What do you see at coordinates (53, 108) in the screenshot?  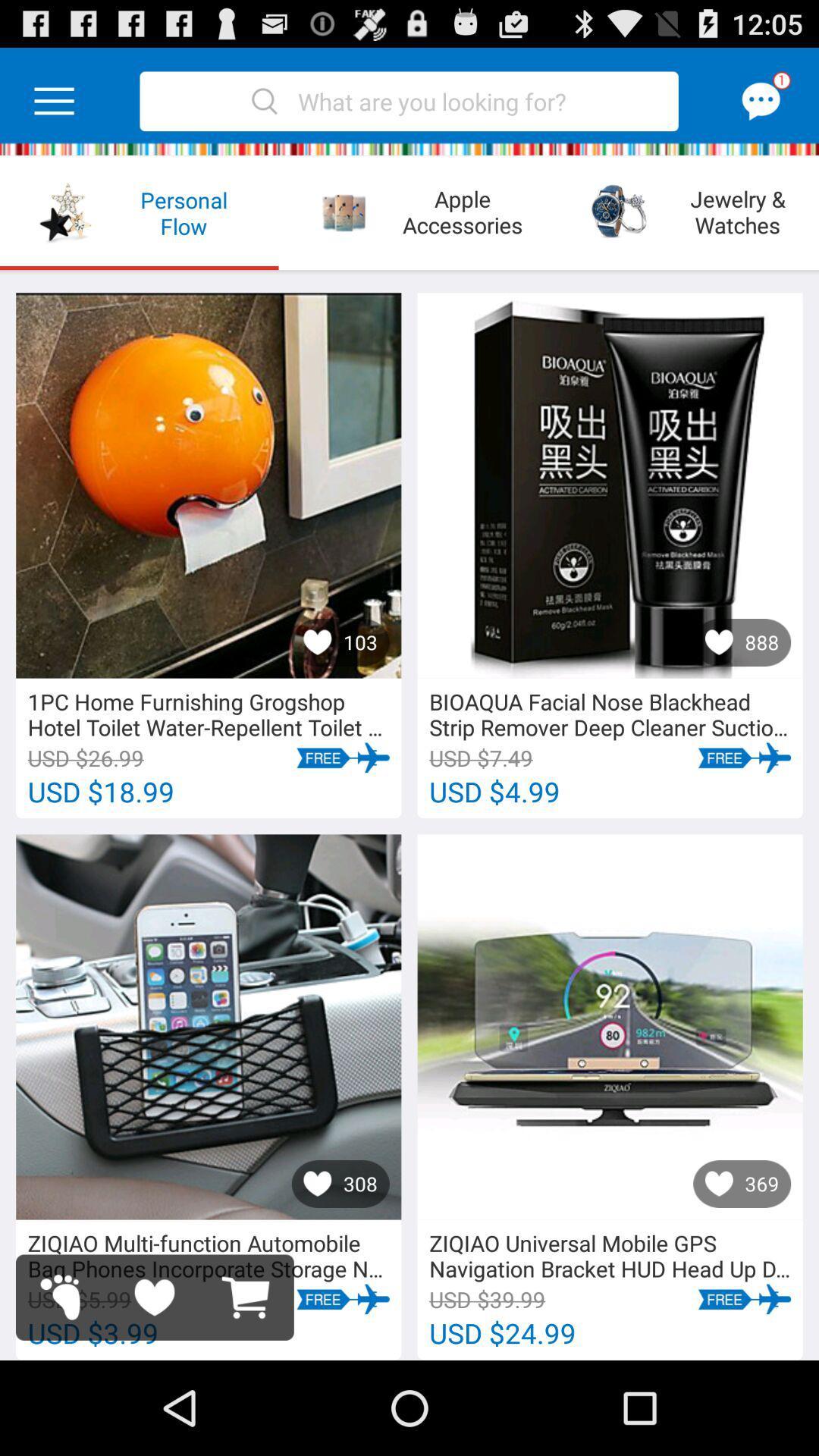 I see `the menu icon` at bounding box center [53, 108].